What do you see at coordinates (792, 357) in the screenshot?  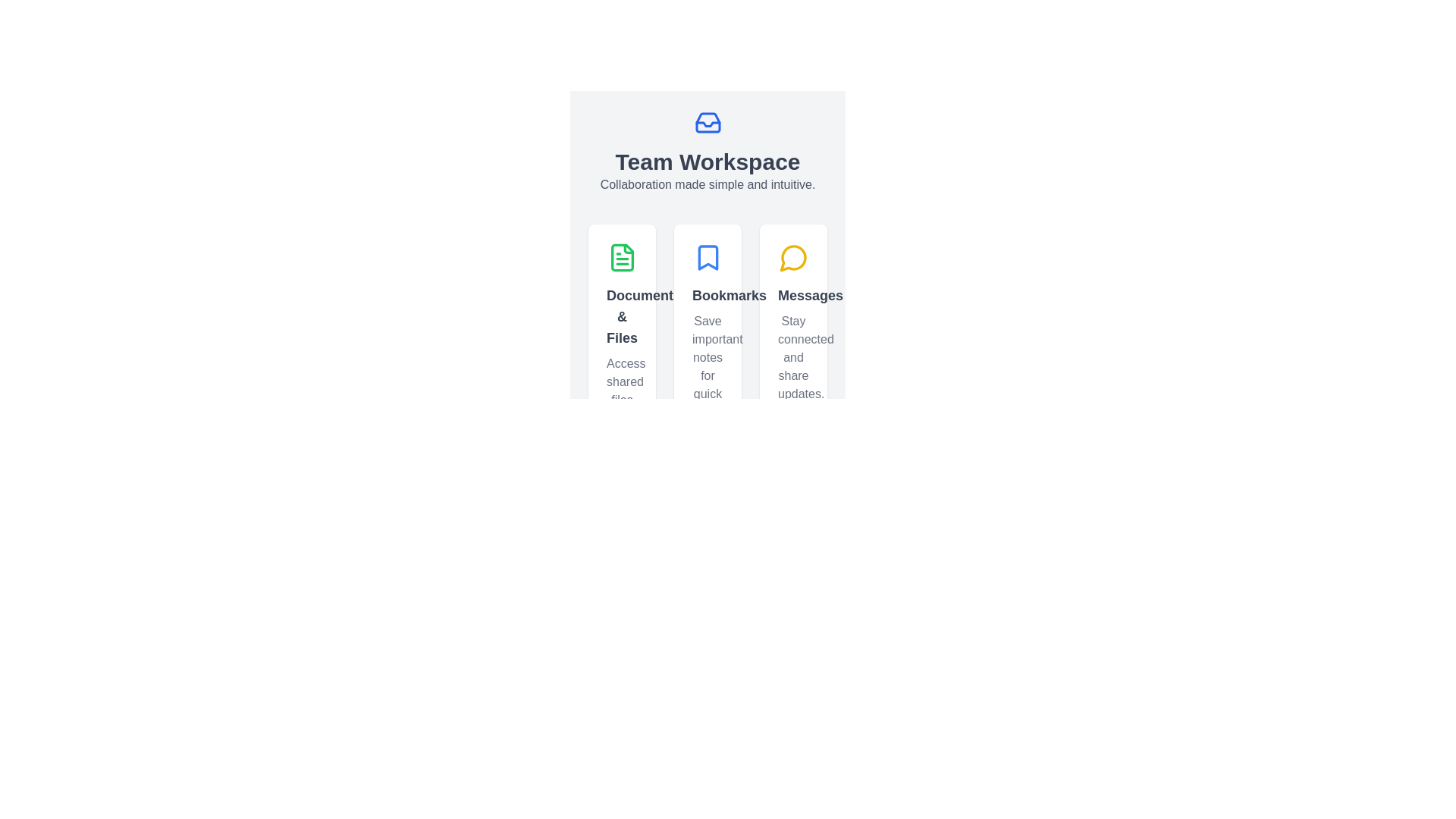 I see `the text label providing descriptive information in the 'Messages' section, located below the 'Messages' title and above the 'Dismiss Messages' button` at bounding box center [792, 357].